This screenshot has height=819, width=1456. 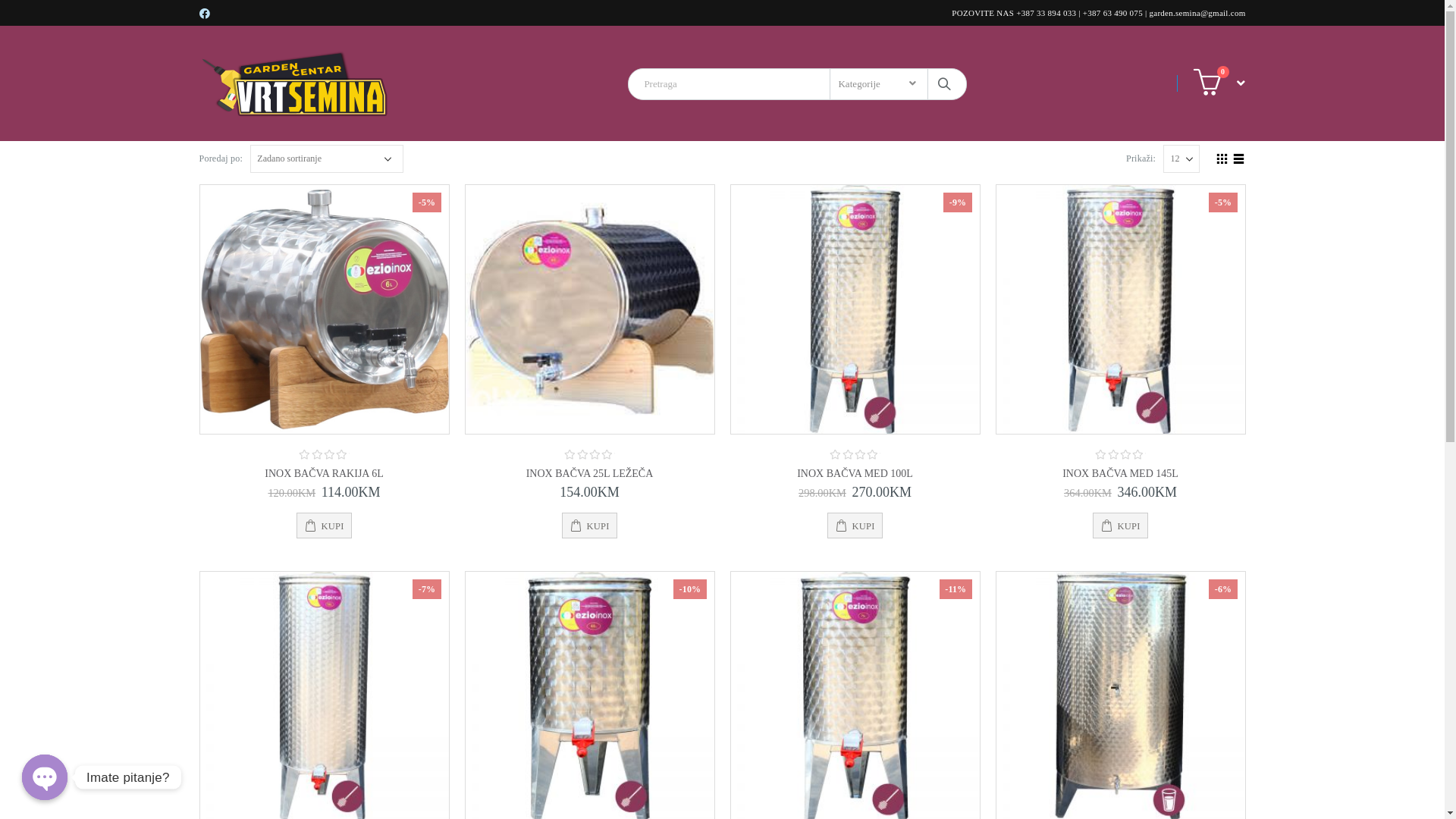 What do you see at coordinates (1238, 157) in the screenshot?
I see `'List View'` at bounding box center [1238, 157].